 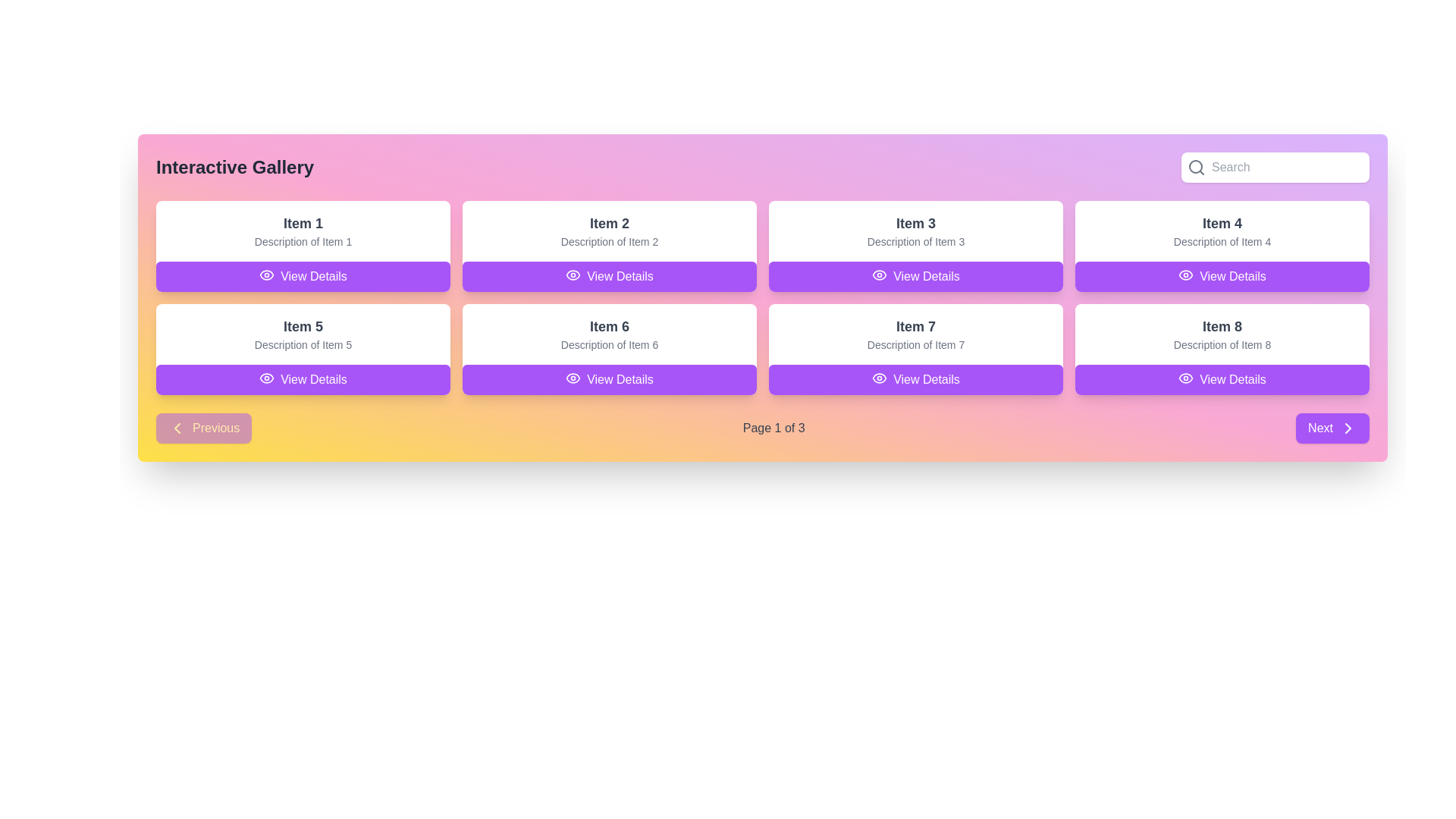 I want to click on the static text label that reads 'Description of Item 5', which is styled in a small, light gray font and positioned beneath the main title 'Item 5', so click(x=303, y=345).